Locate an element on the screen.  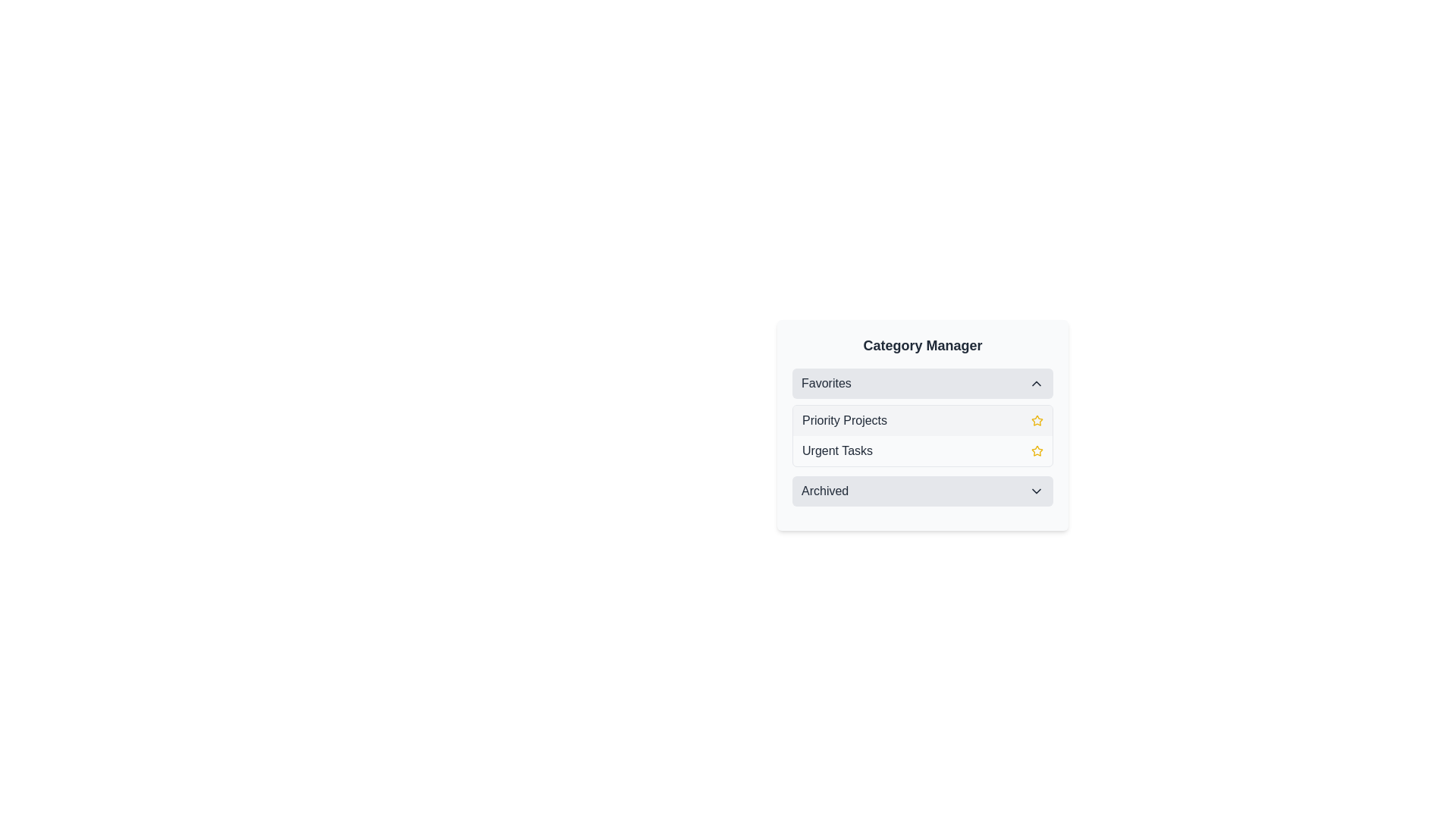
text content of the 'Archived' text label located in the last row of the 'Category Manager' interface is located at coordinates (824, 491).